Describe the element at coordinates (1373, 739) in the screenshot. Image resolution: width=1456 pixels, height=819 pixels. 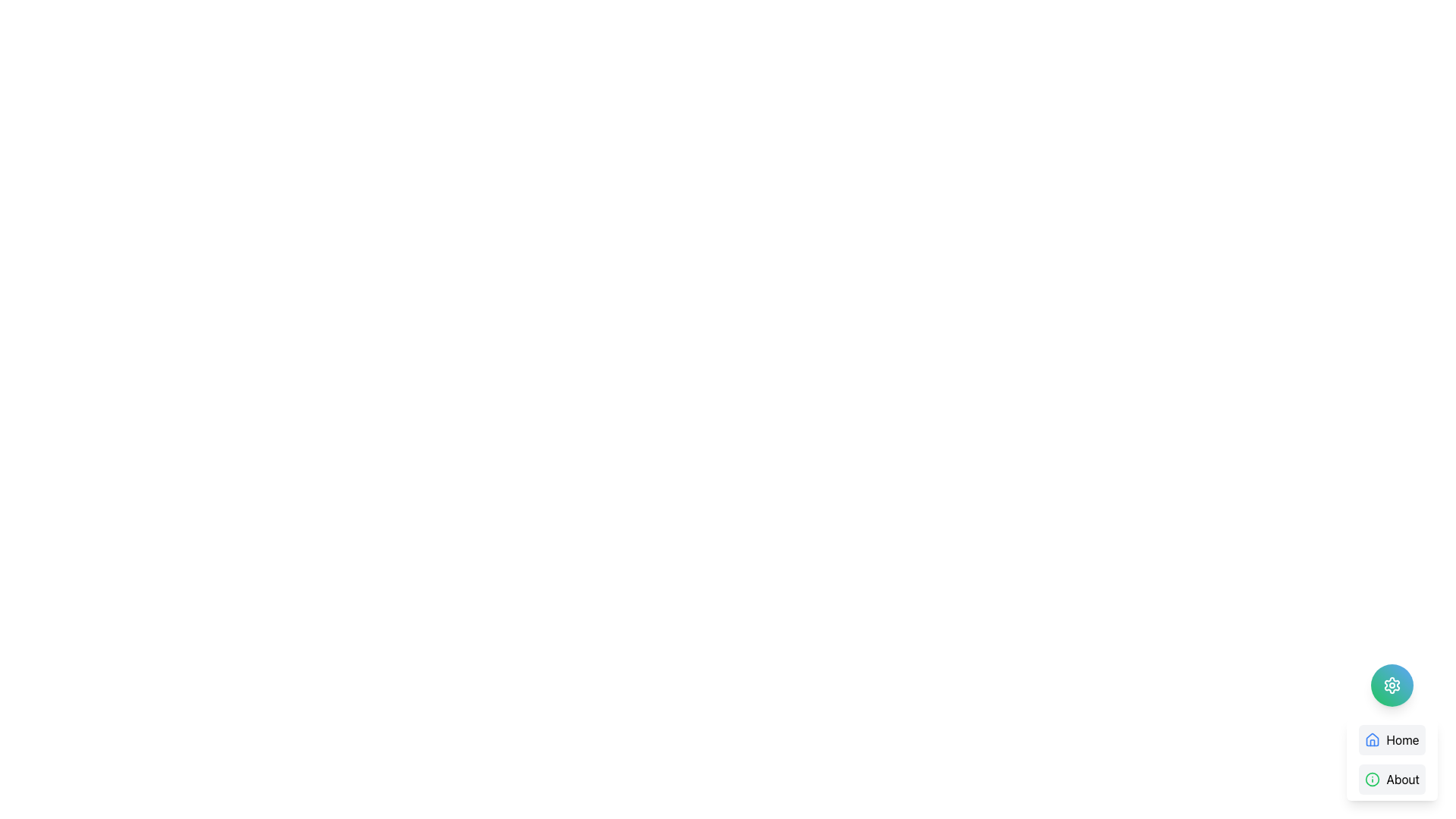
I see `the topmost part of the house-shaped icon located towards the bottom-right corner of the interface to redirect to the main page of the application` at that location.